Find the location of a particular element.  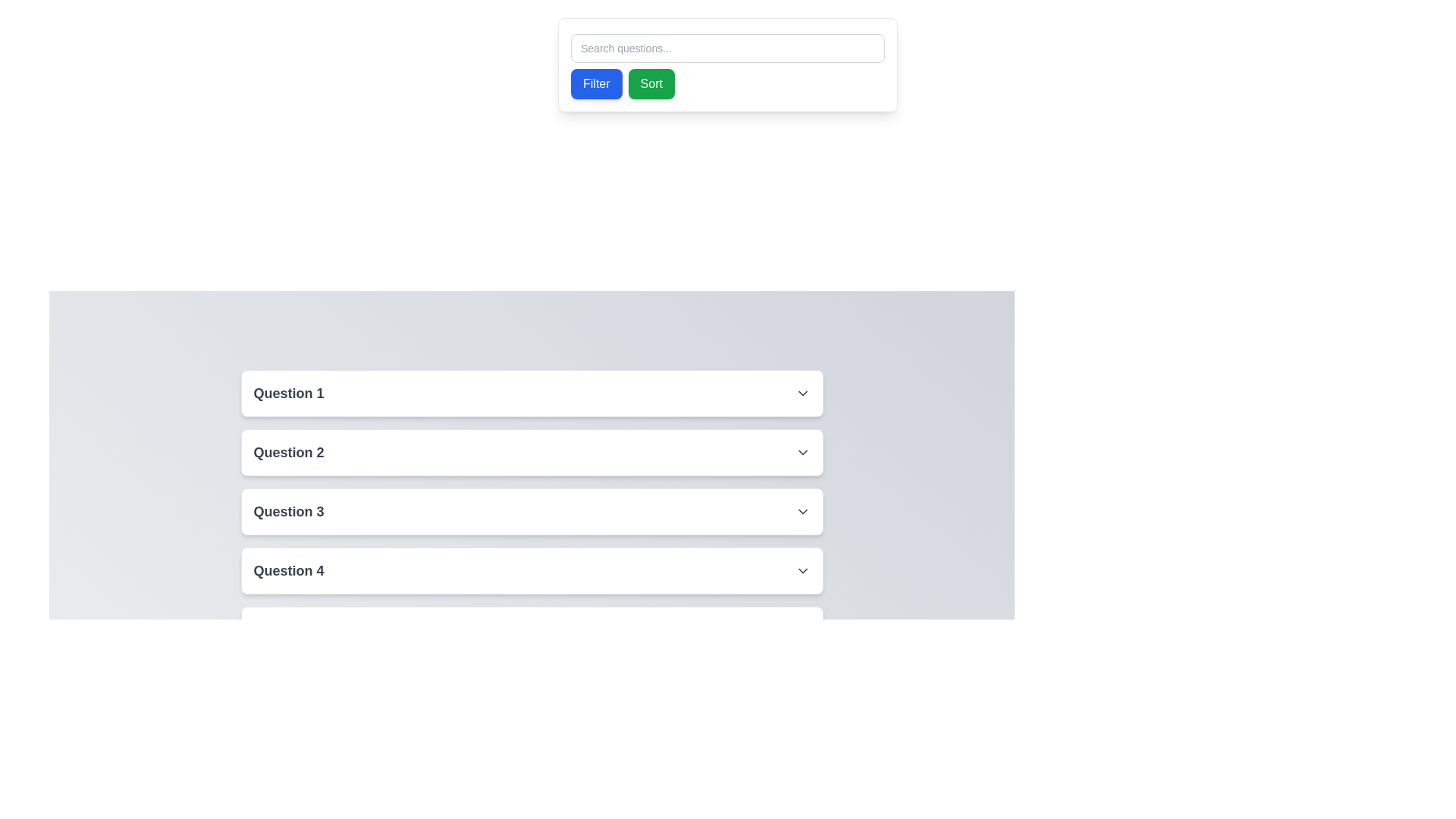

the 'Question 3' expandable list item is located at coordinates (532, 512).